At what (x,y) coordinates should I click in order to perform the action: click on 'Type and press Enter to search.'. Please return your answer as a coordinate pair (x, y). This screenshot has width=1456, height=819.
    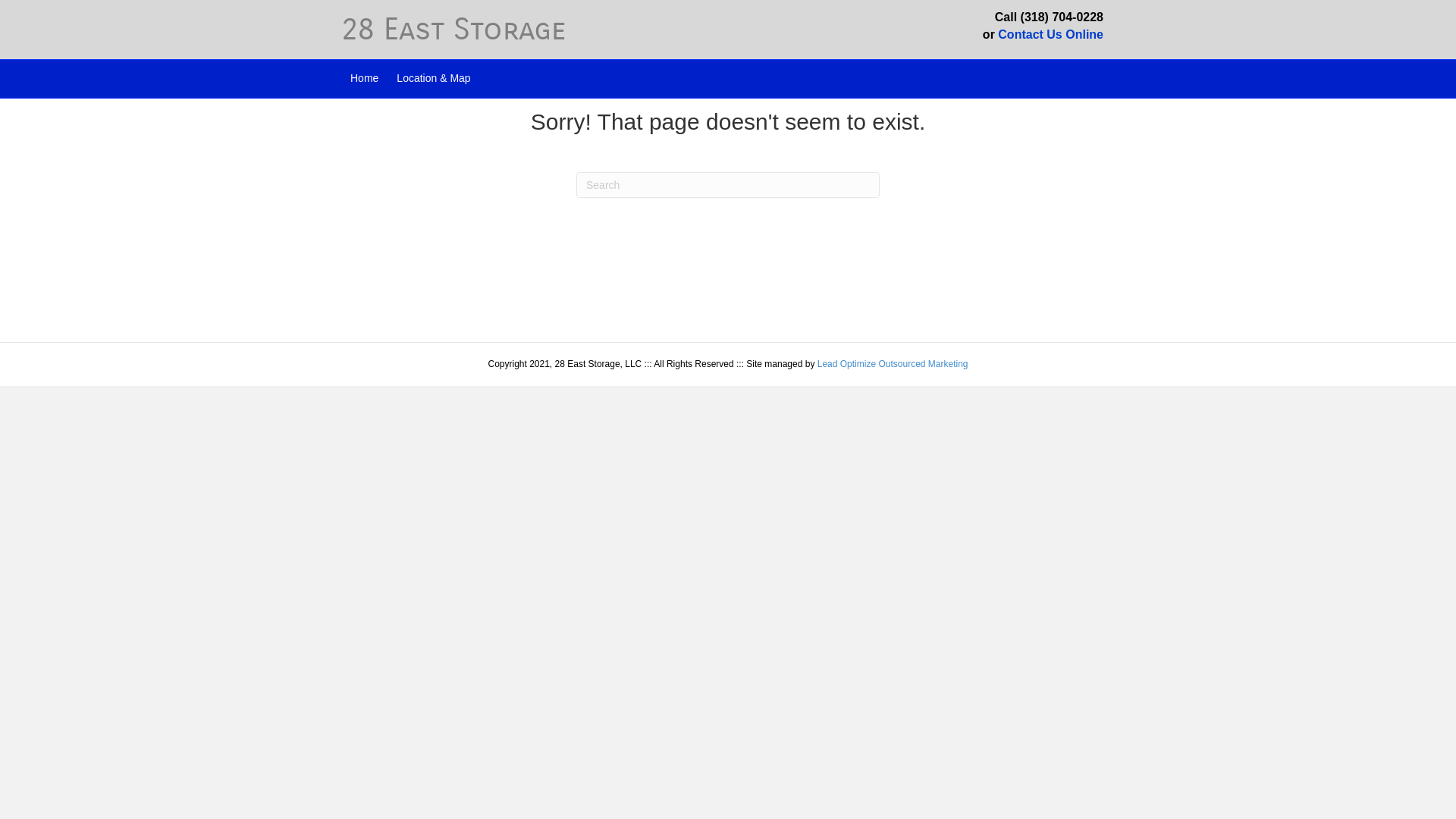
    Looking at the image, I should click on (728, 184).